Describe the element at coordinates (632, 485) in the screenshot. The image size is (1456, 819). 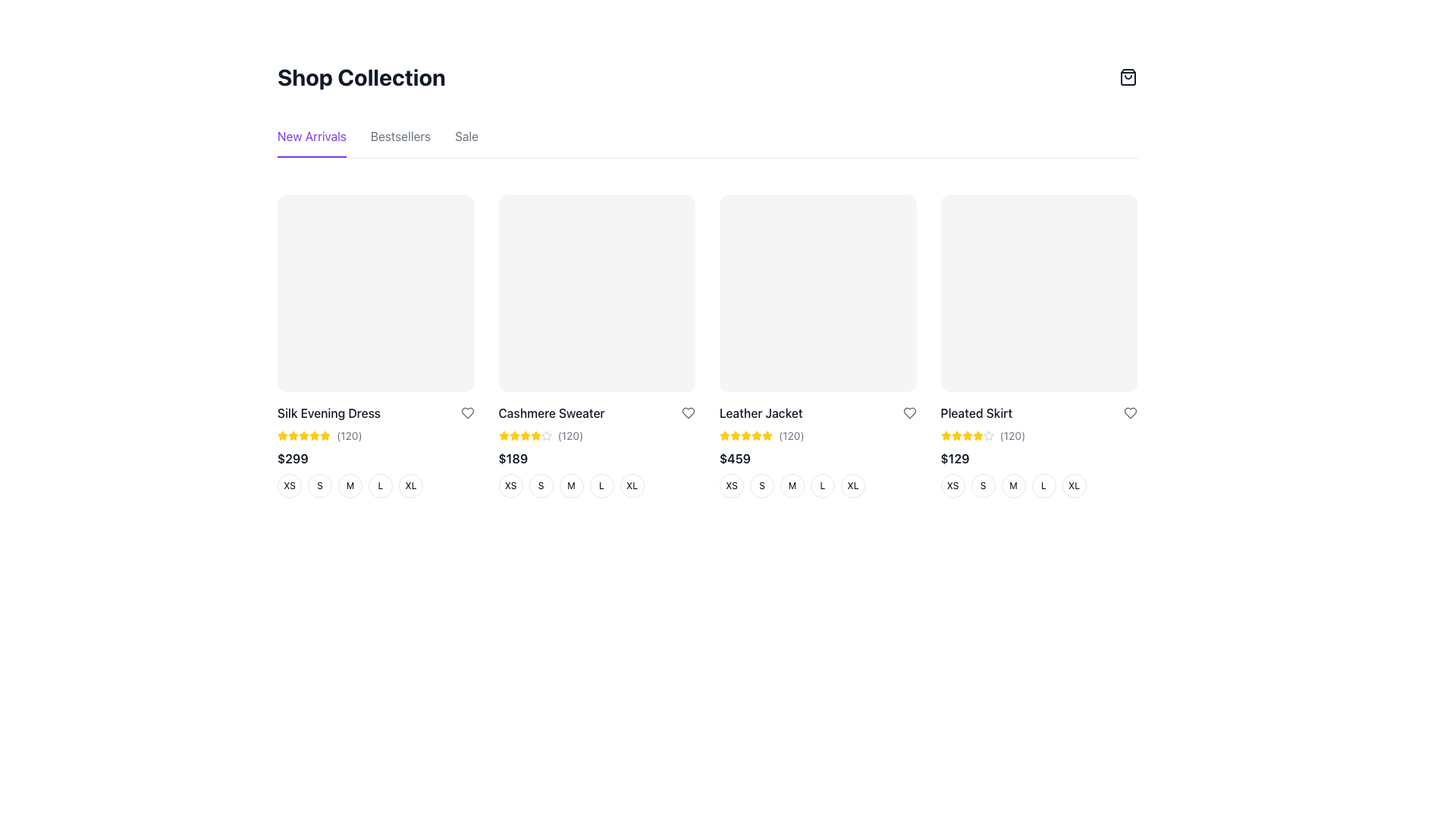
I see `the 'XL' size option button for the 'Cashmere Sweater'` at that location.